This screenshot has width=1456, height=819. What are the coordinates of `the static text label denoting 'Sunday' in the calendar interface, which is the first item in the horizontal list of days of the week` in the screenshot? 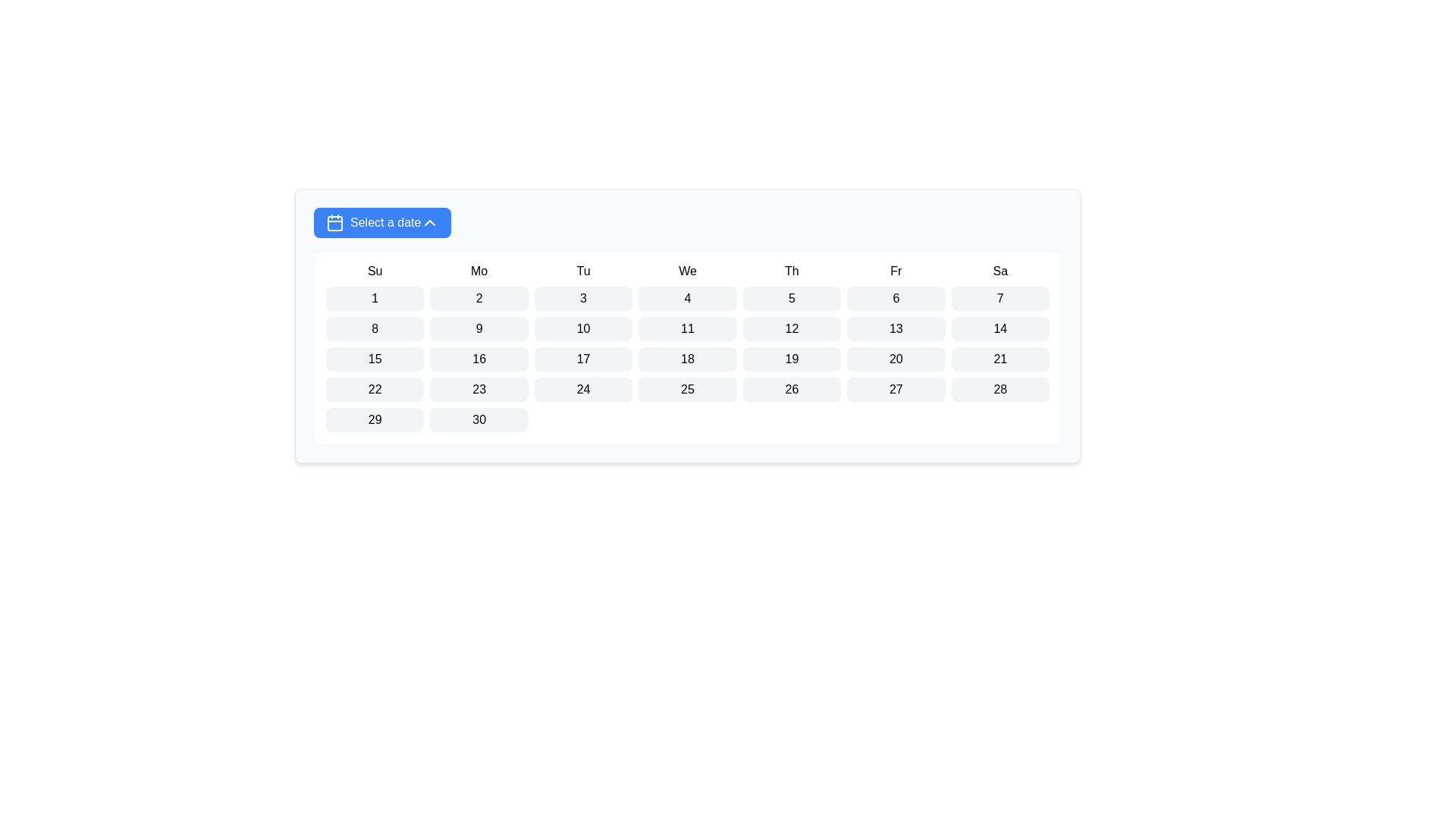 It's located at (375, 271).